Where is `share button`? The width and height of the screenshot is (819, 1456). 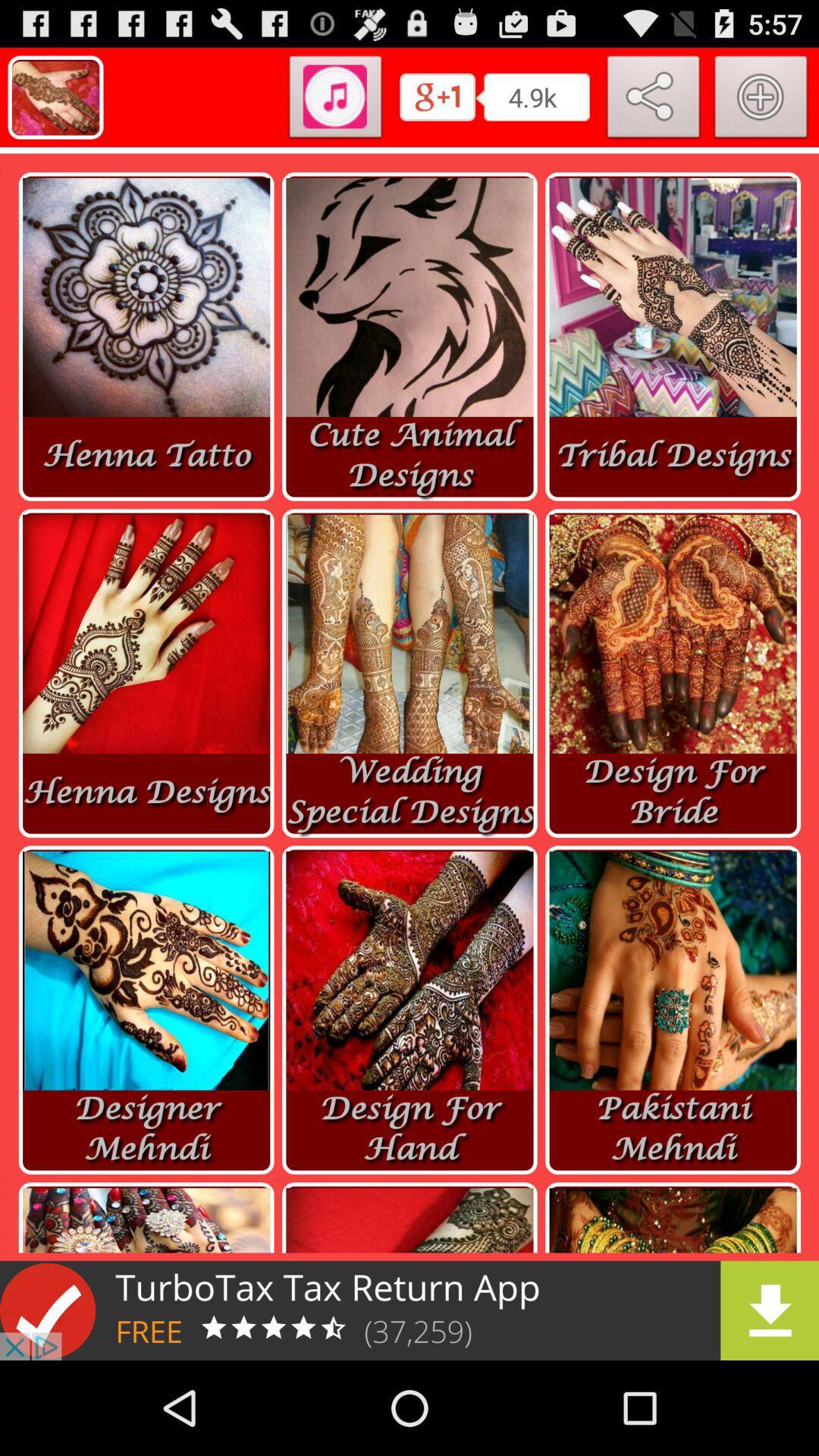
share button is located at coordinates (653, 99).